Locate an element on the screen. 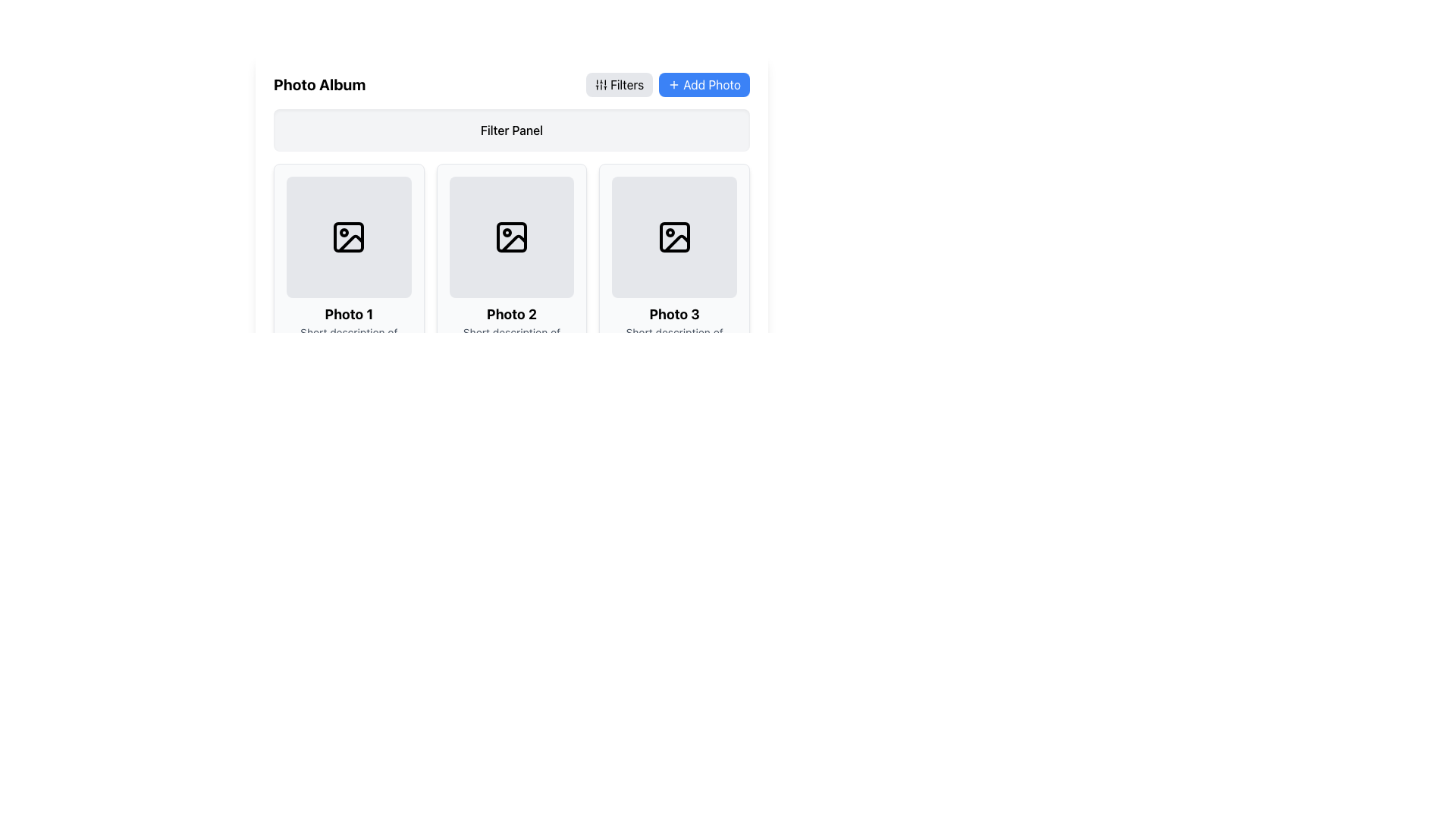  the image placeholder located at the top of the card labeled 'Photo 3', which is centered in the third column of a grid layout is located at coordinates (673, 237).